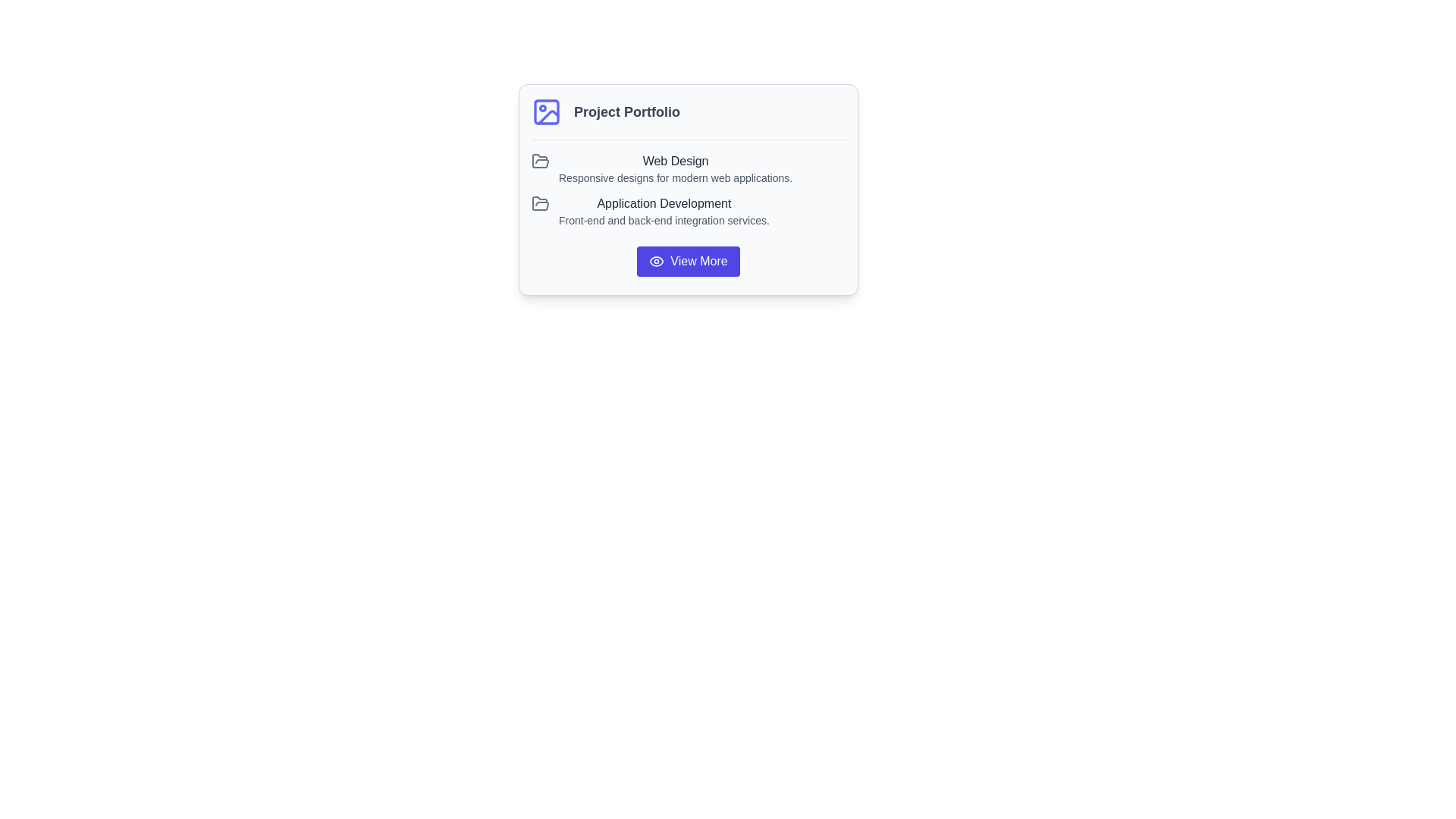 The height and width of the screenshot is (819, 1456). What do you see at coordinates (675, 177) in the screenshot?
I see `the text label stating 'Responsive designs for modern web applications.' located below the 'Web Design' title in the 'Project Portfolio' section` at bounding box center [675, 177].